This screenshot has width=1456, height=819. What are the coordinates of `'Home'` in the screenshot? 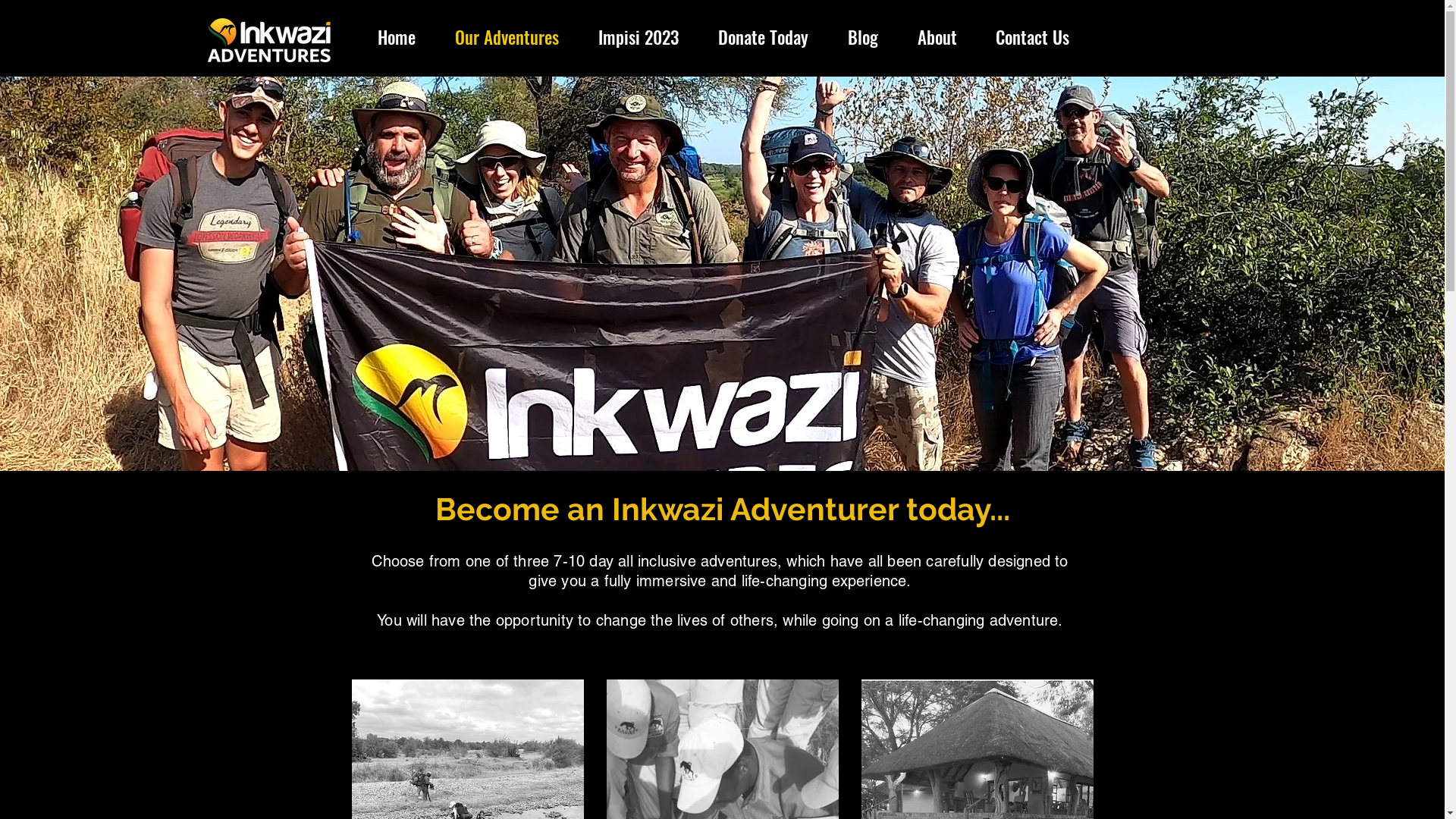 It's located at (397, 36).